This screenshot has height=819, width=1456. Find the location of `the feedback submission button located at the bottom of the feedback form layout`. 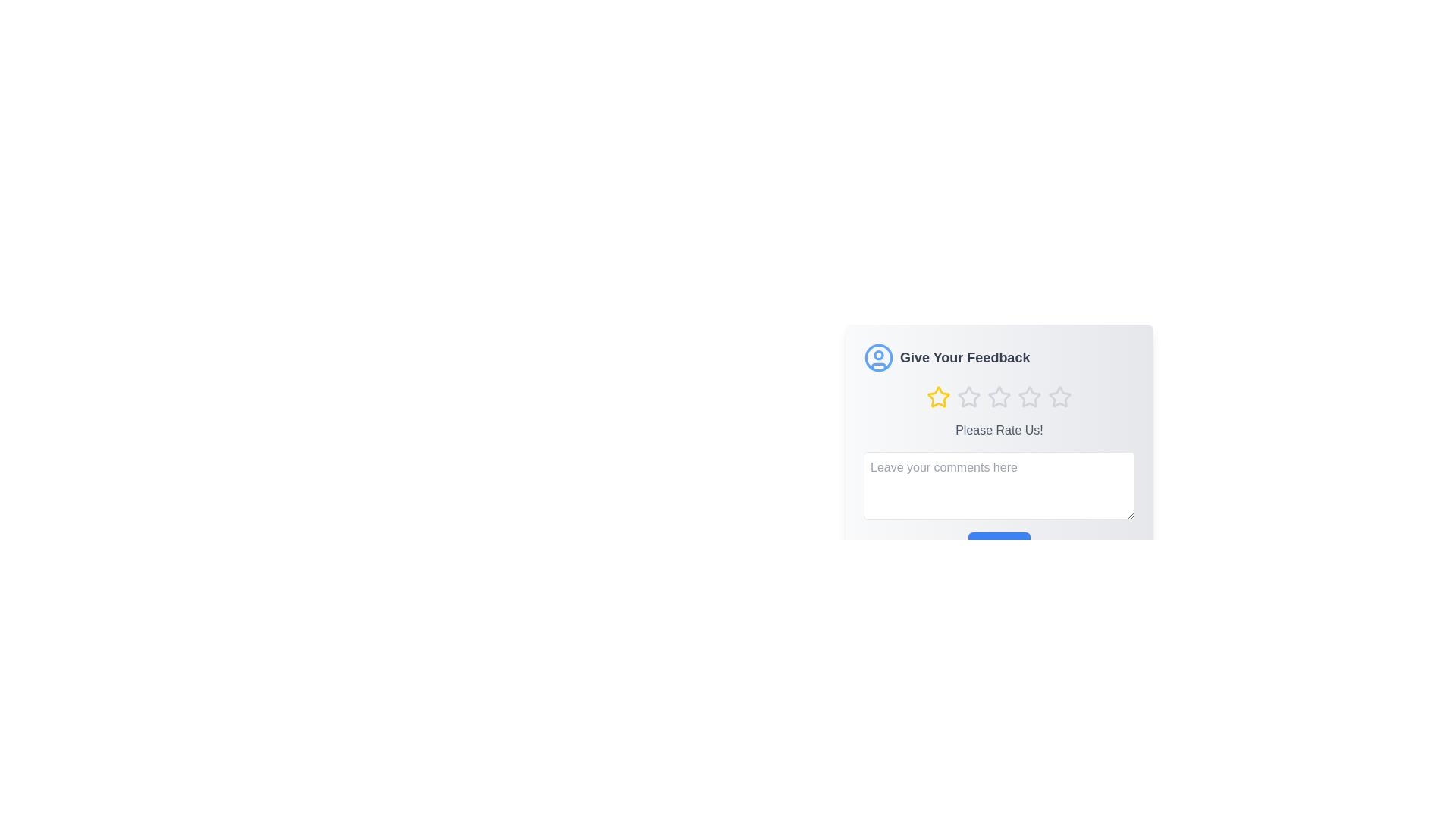

the feedback submission button located at the bottom of the feedback form layout is located at coordinates (999, 547).